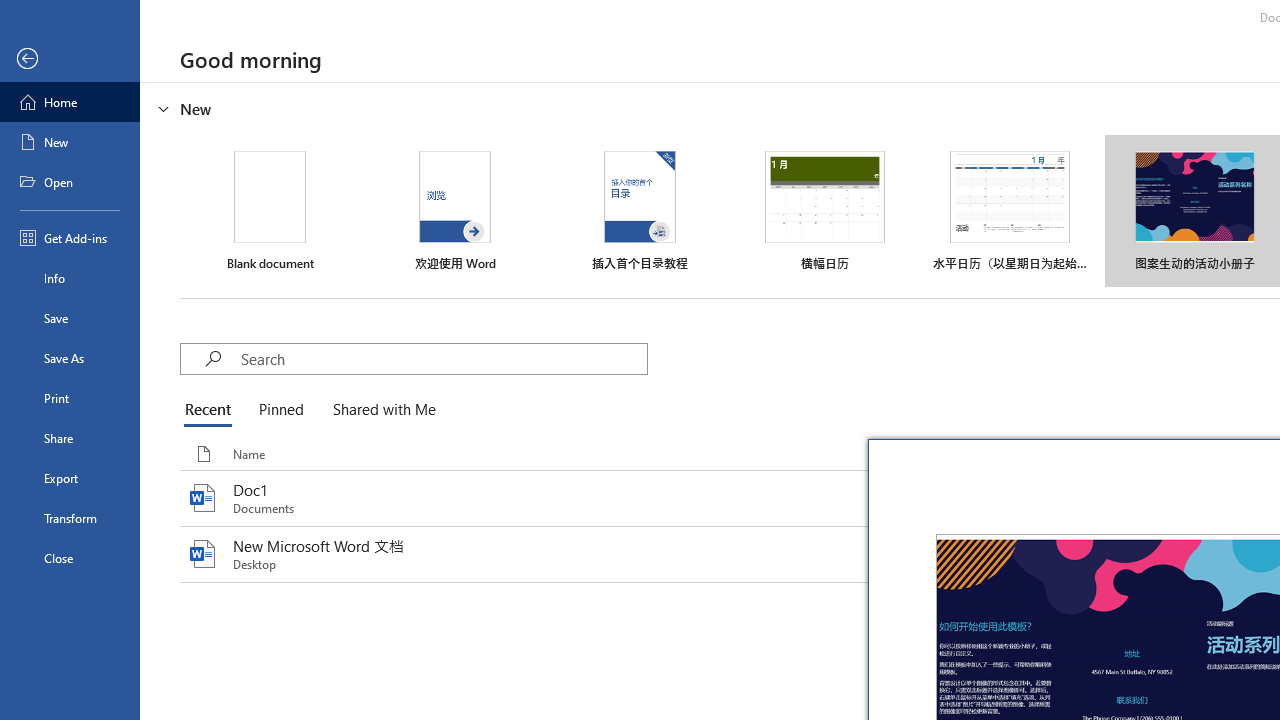  I want to click on 'Save As', so click(69, 356).